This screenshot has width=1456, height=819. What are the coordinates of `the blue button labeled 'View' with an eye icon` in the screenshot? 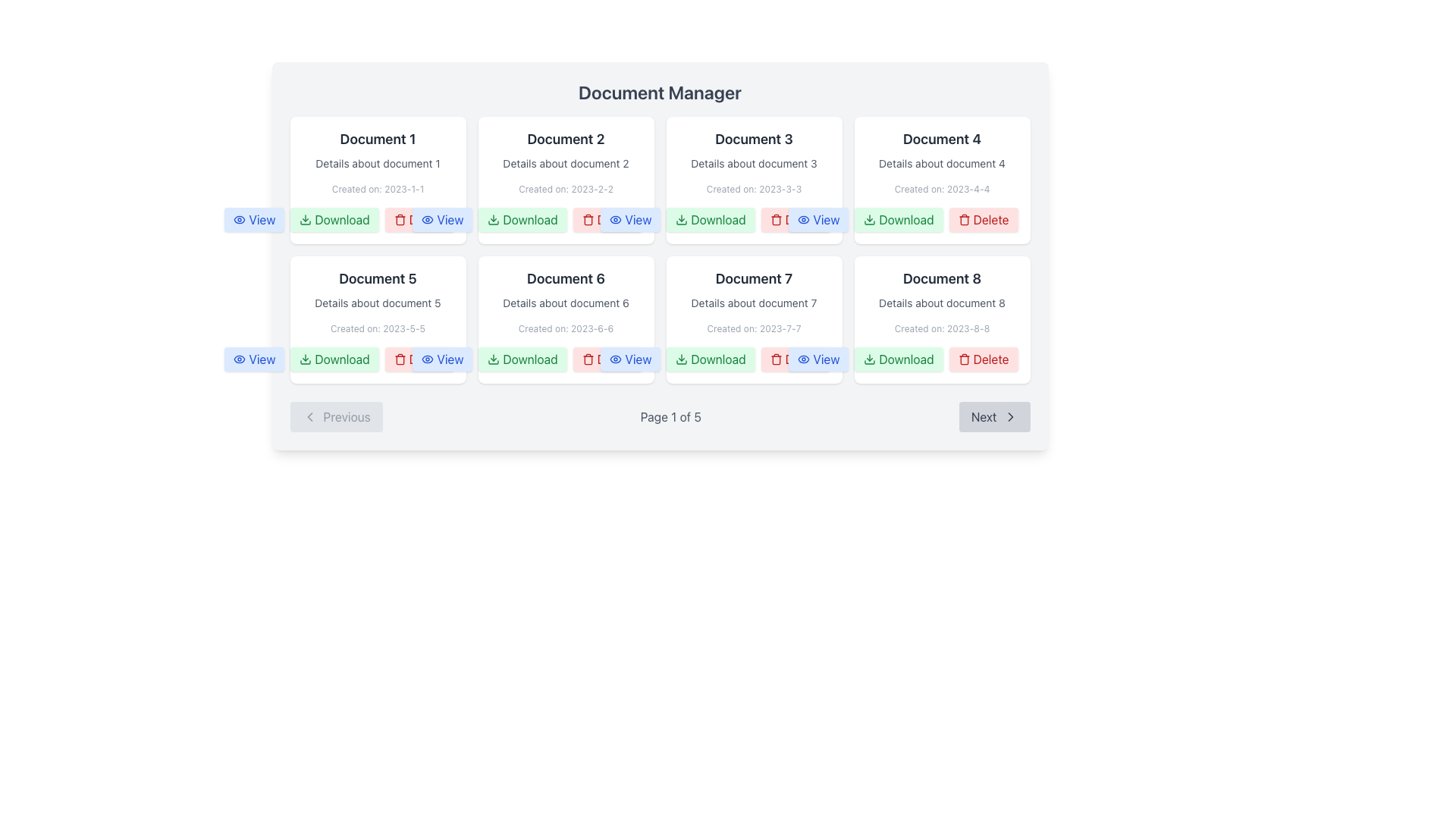 It's located at (255, 219).